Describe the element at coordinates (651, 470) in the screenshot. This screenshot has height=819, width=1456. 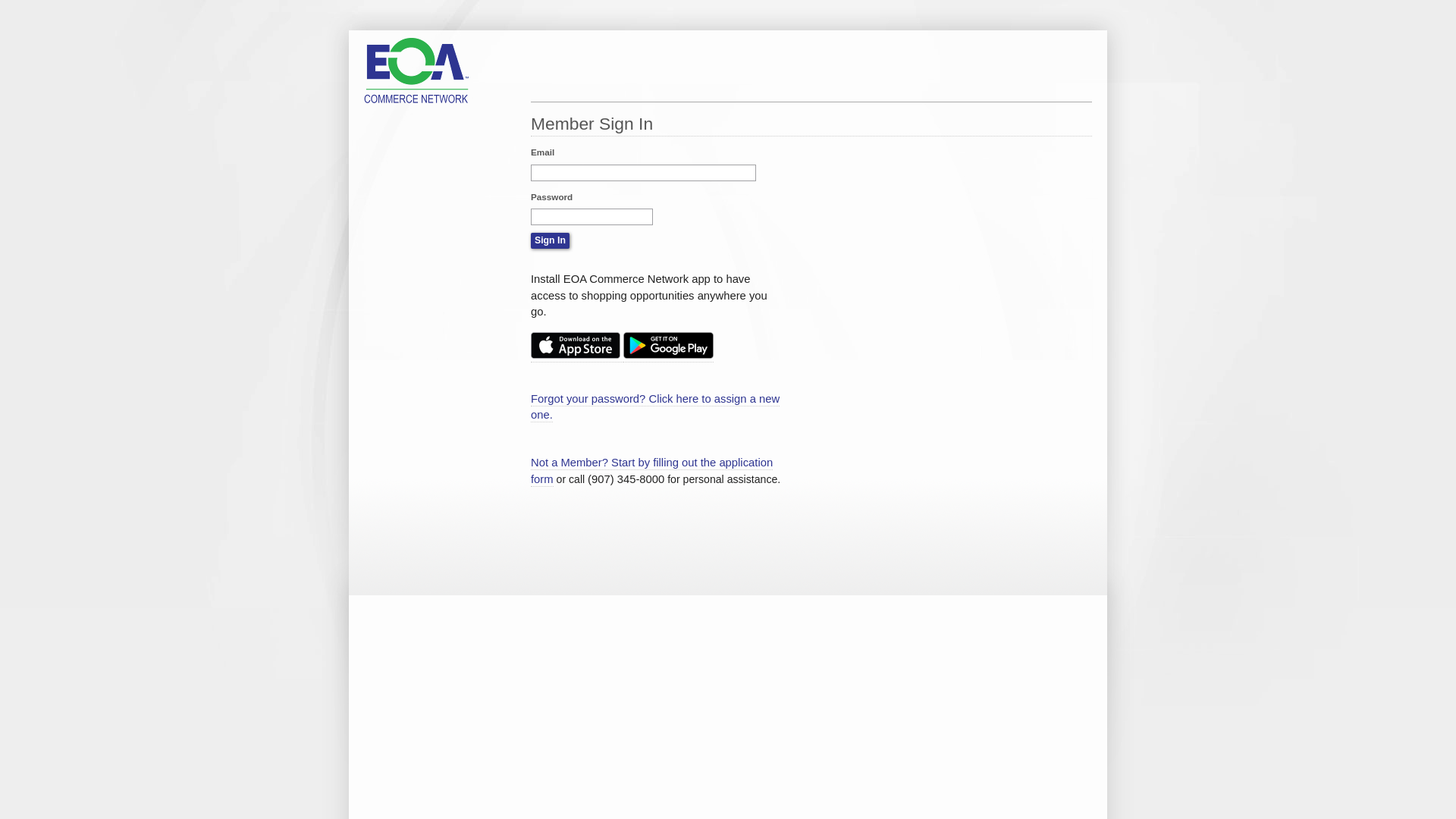
I see `'Not a Member? Start by filling out the application form'` at that location.